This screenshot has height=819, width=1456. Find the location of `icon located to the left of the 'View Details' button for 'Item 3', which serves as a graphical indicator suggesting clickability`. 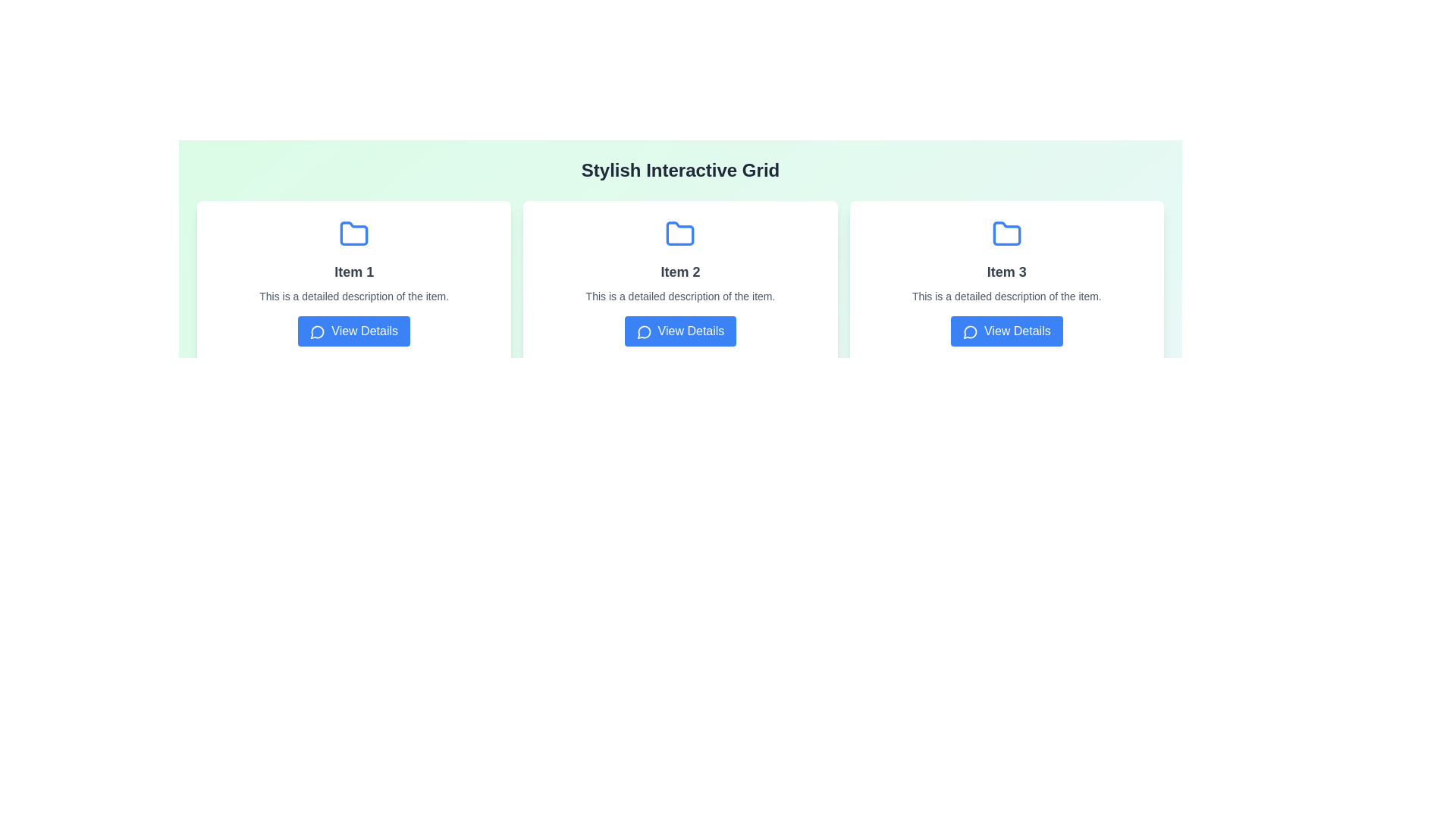

icon located to the left of the 'View Details' button for 'Item 3', which serves as a graphical indicator suggesting clickability is located at coordinates (969, 331).